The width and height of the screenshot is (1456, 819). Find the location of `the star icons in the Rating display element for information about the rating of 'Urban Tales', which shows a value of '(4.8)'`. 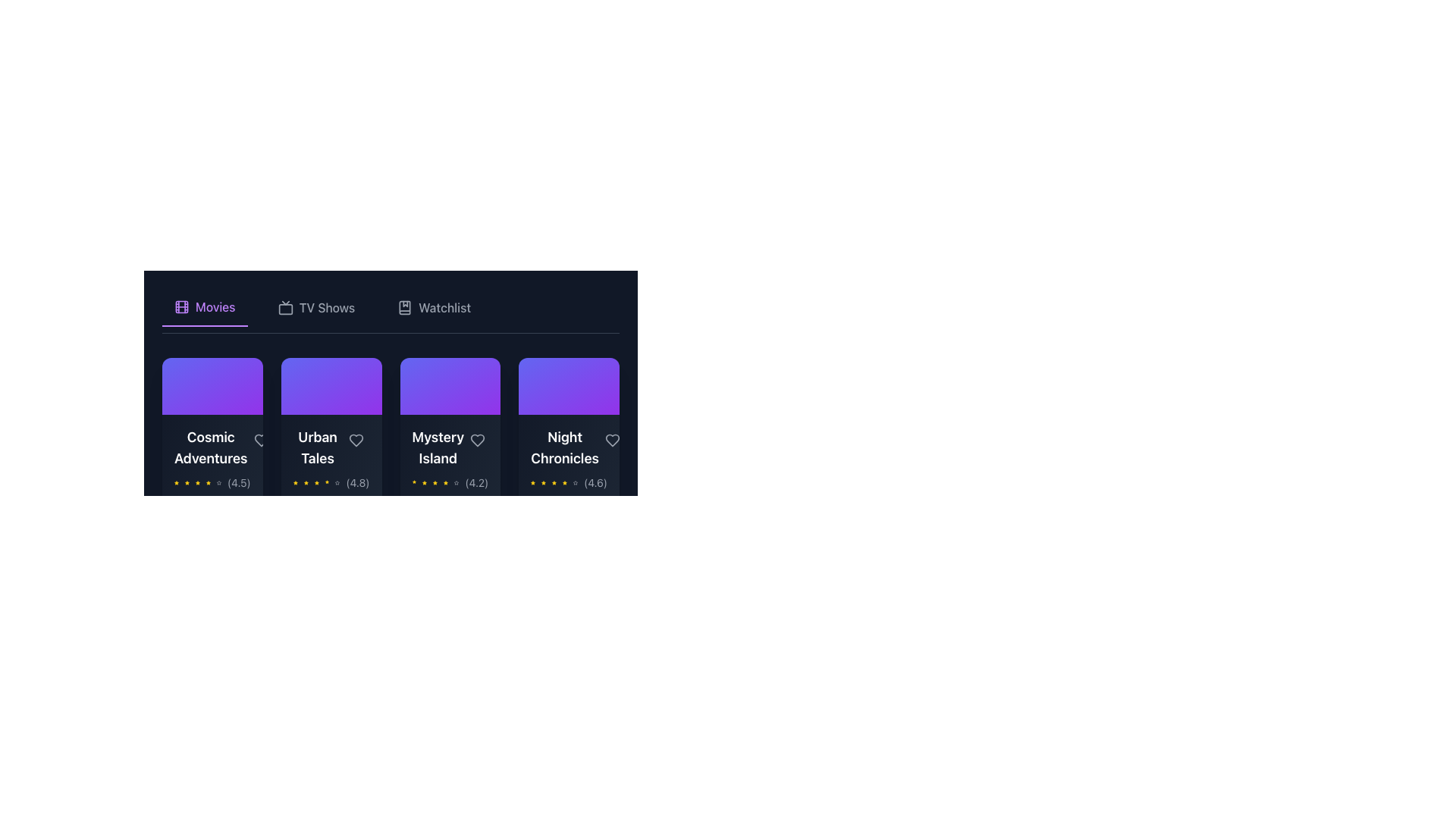

the star icons in the Rating display element for information about the rating of 'Urban Tales', which shows a value of '(4.8)' is located at coordinates (331, 482).